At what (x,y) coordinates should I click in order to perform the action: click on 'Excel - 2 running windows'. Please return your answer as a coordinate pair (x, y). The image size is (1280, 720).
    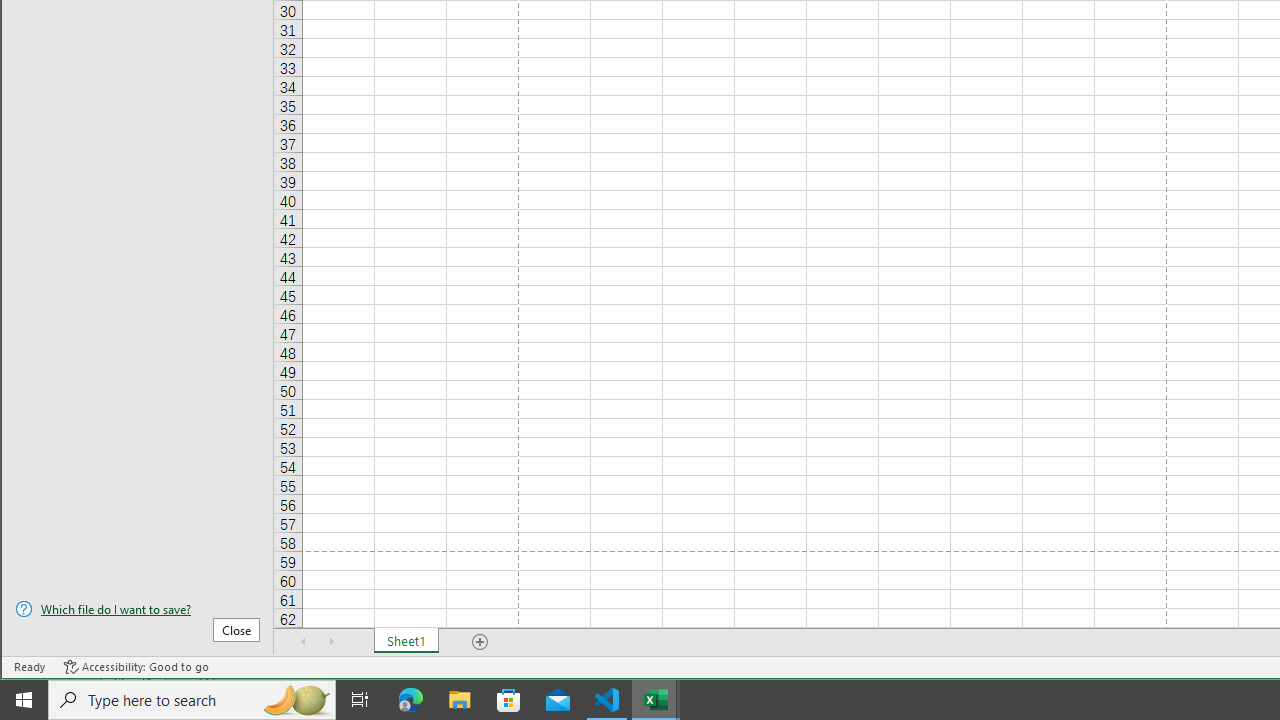
    Looking at the image, I should click on (656, 698).